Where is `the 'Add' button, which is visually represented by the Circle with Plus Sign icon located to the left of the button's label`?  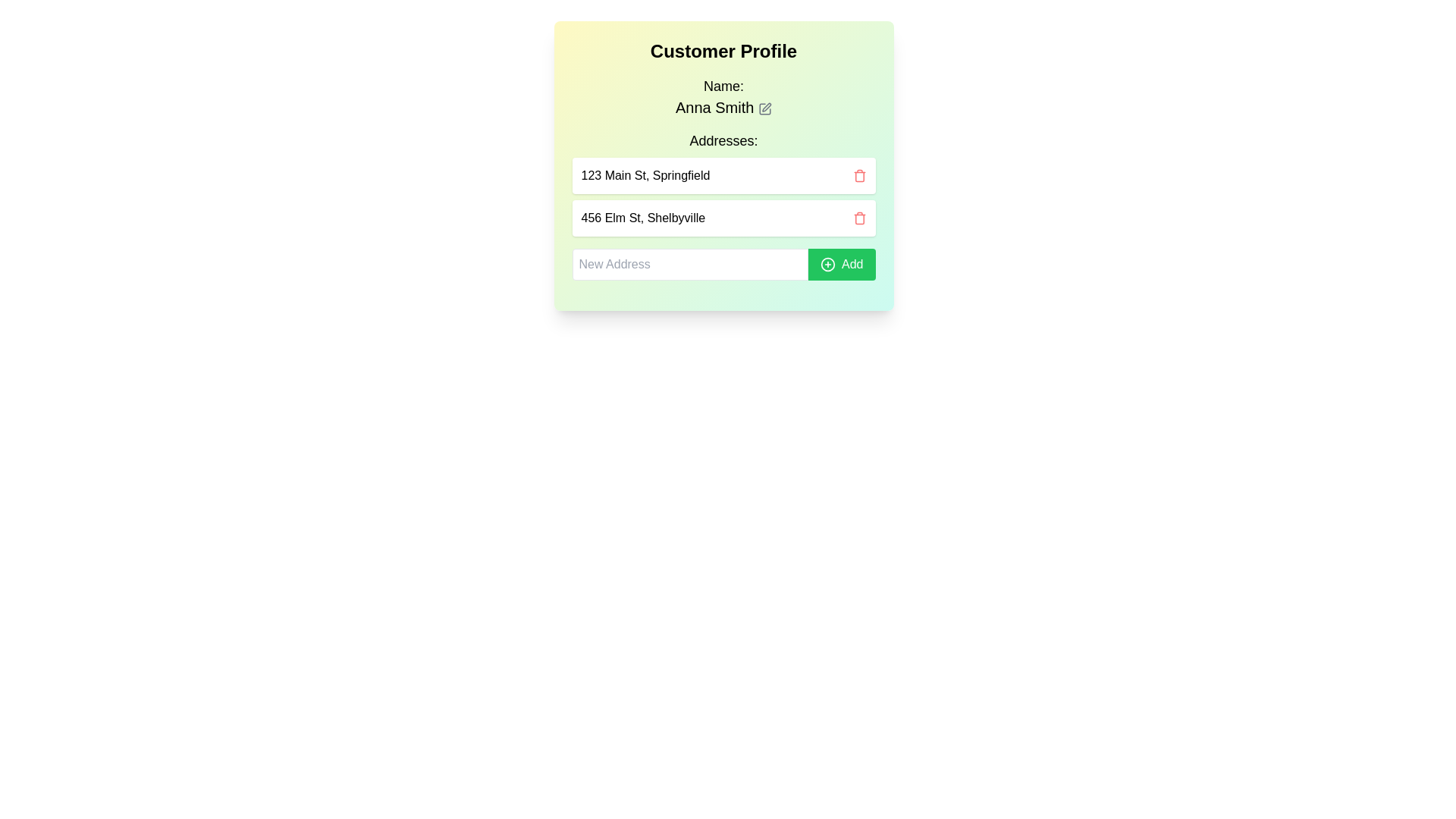
the 'Add' button, which is visually represented by the Circle with Plus Sign icon located to the left of the button's label is located at coordinates (827, 263).